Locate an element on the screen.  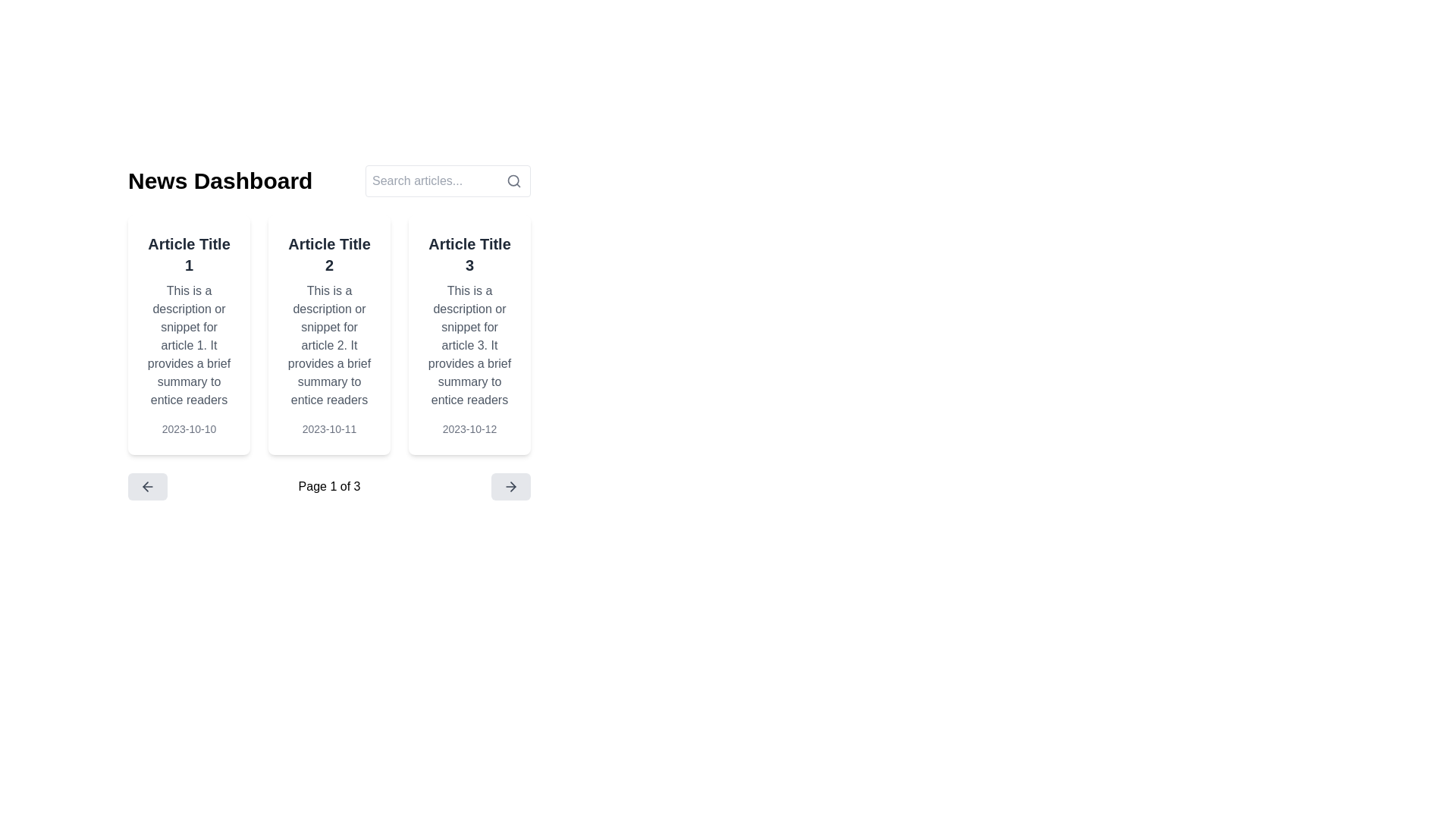
date displayed in the small, gray text label '2023-10-11' located below the summary text of 'Article Title 2' in the dashboard layout is located at coordinates (328, 429).